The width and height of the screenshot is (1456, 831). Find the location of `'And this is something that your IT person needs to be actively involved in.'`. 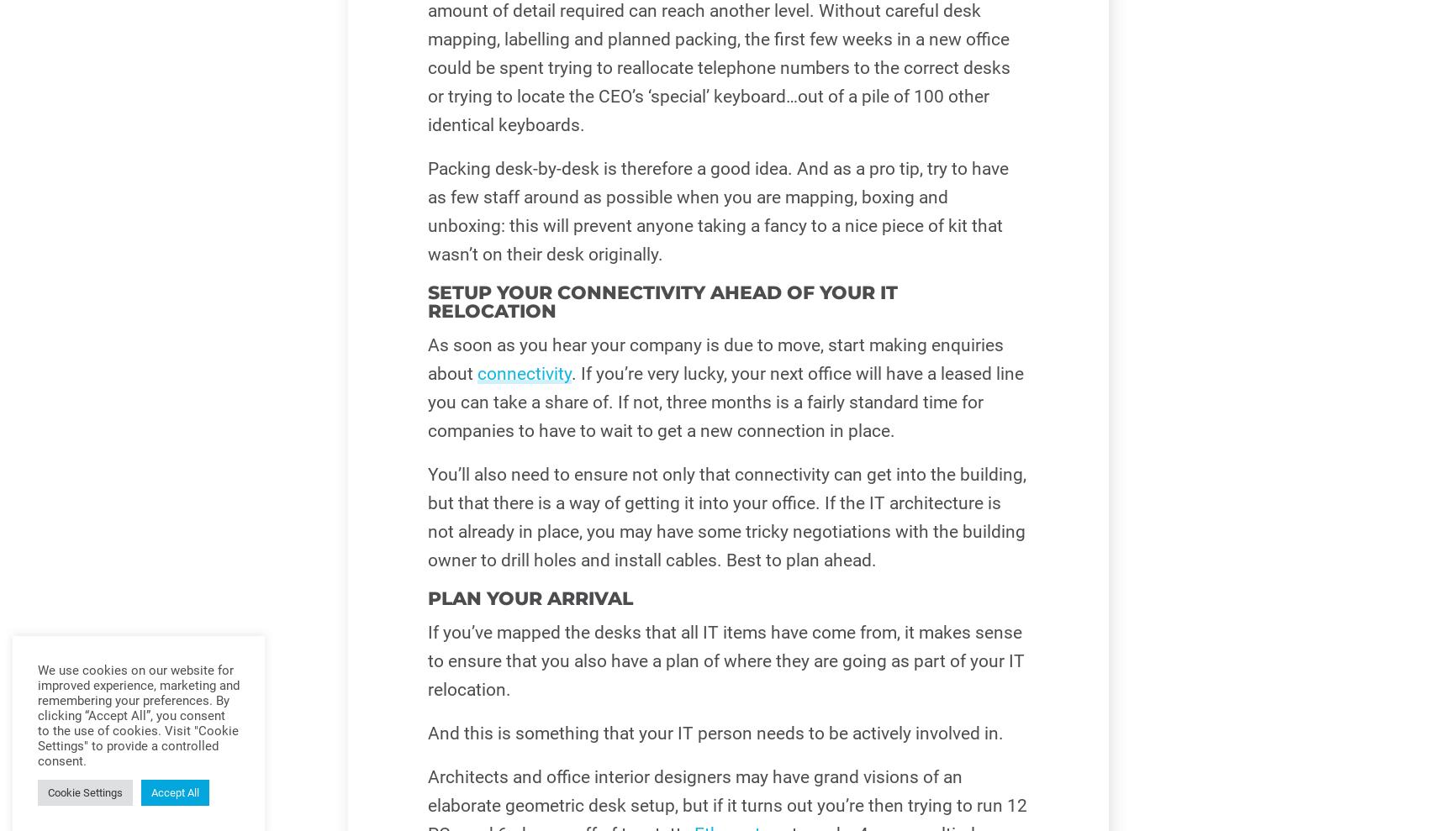

'And this is something that your IT person needs to be actively involved in.' is located at coordinates (714, 733).